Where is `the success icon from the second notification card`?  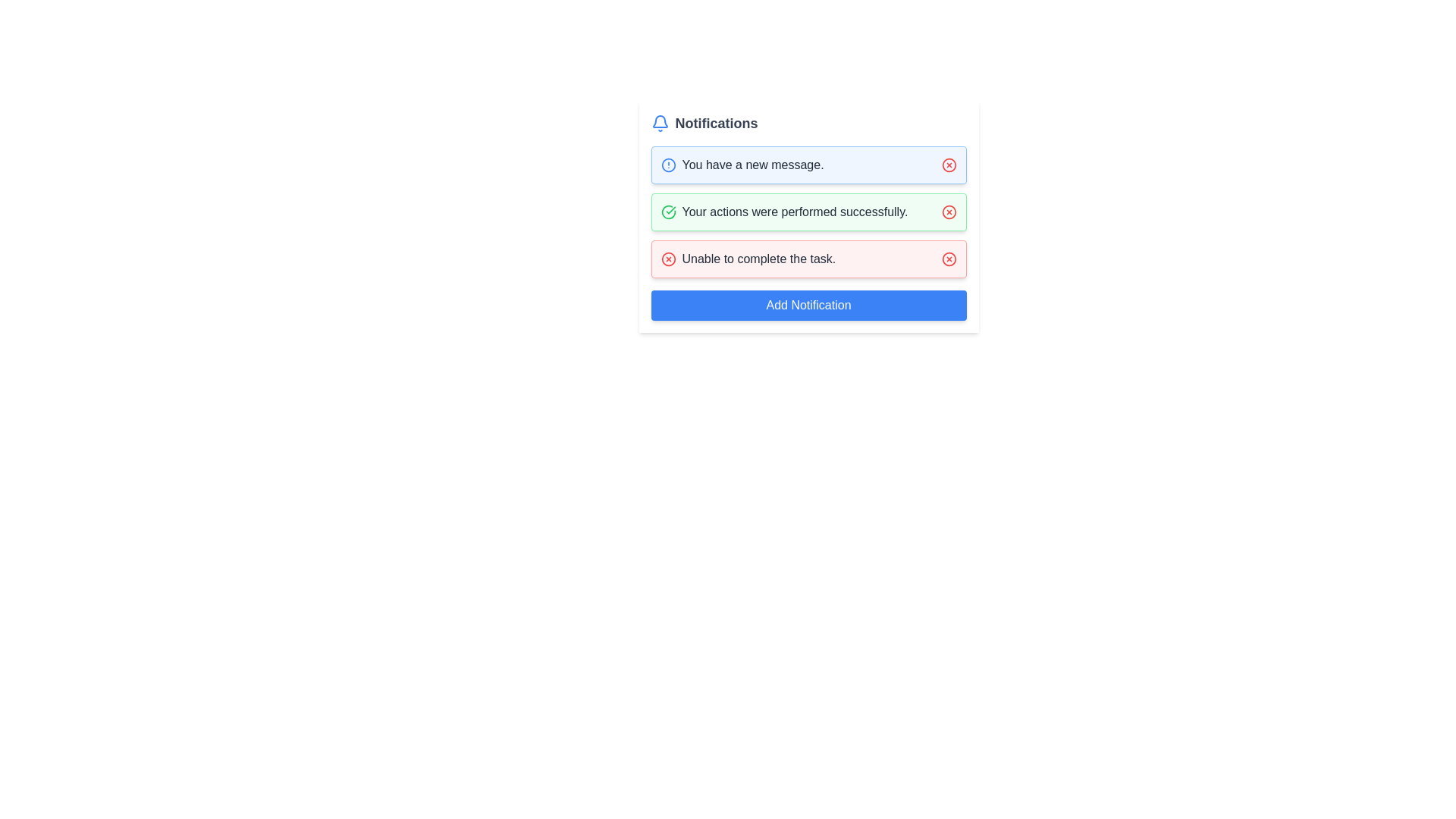
the success icon from the second notification card is located at coordinates (667, 212).